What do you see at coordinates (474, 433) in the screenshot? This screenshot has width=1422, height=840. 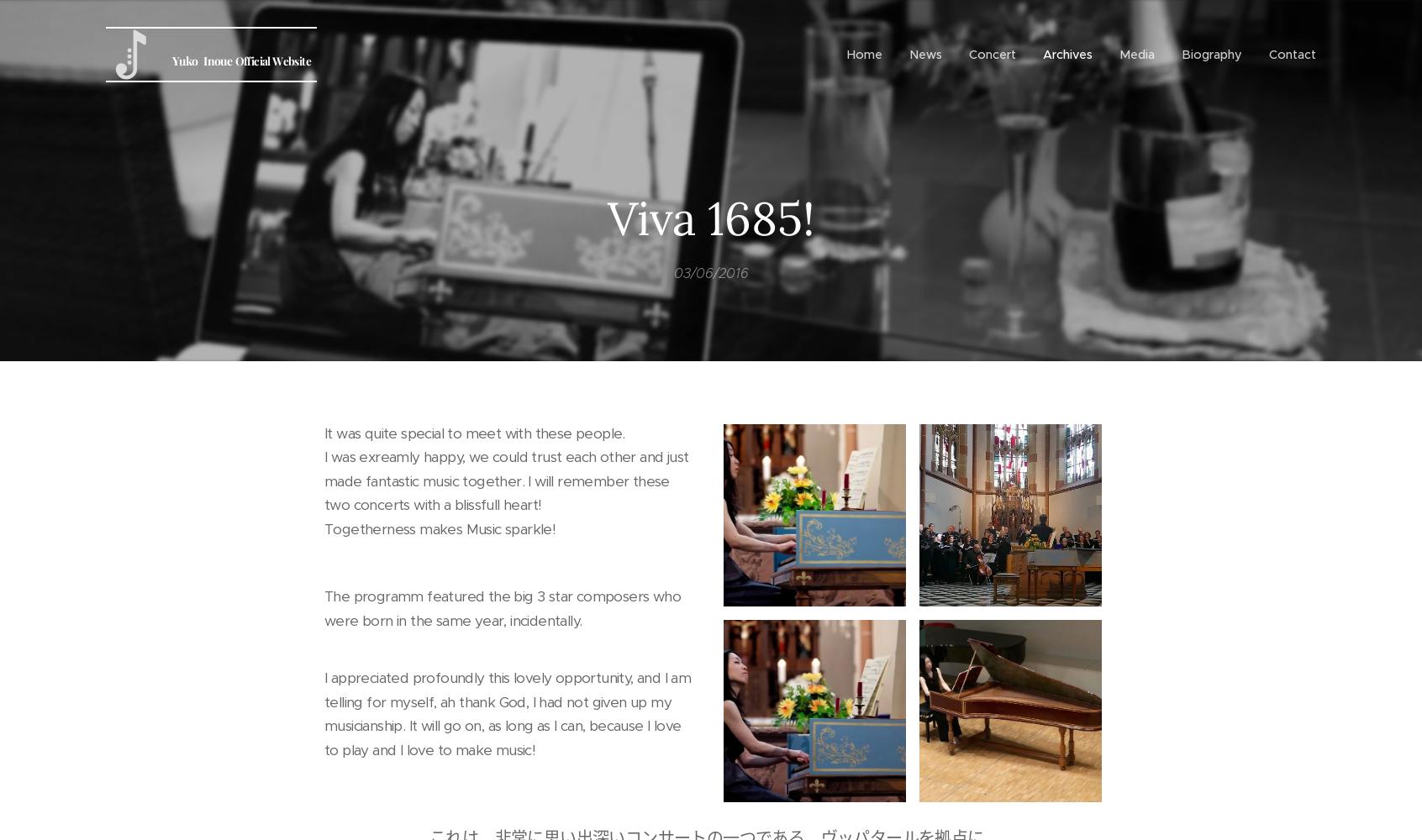 I see `'It was quite special to meet with these people.'` at bounding box center [474, 433].